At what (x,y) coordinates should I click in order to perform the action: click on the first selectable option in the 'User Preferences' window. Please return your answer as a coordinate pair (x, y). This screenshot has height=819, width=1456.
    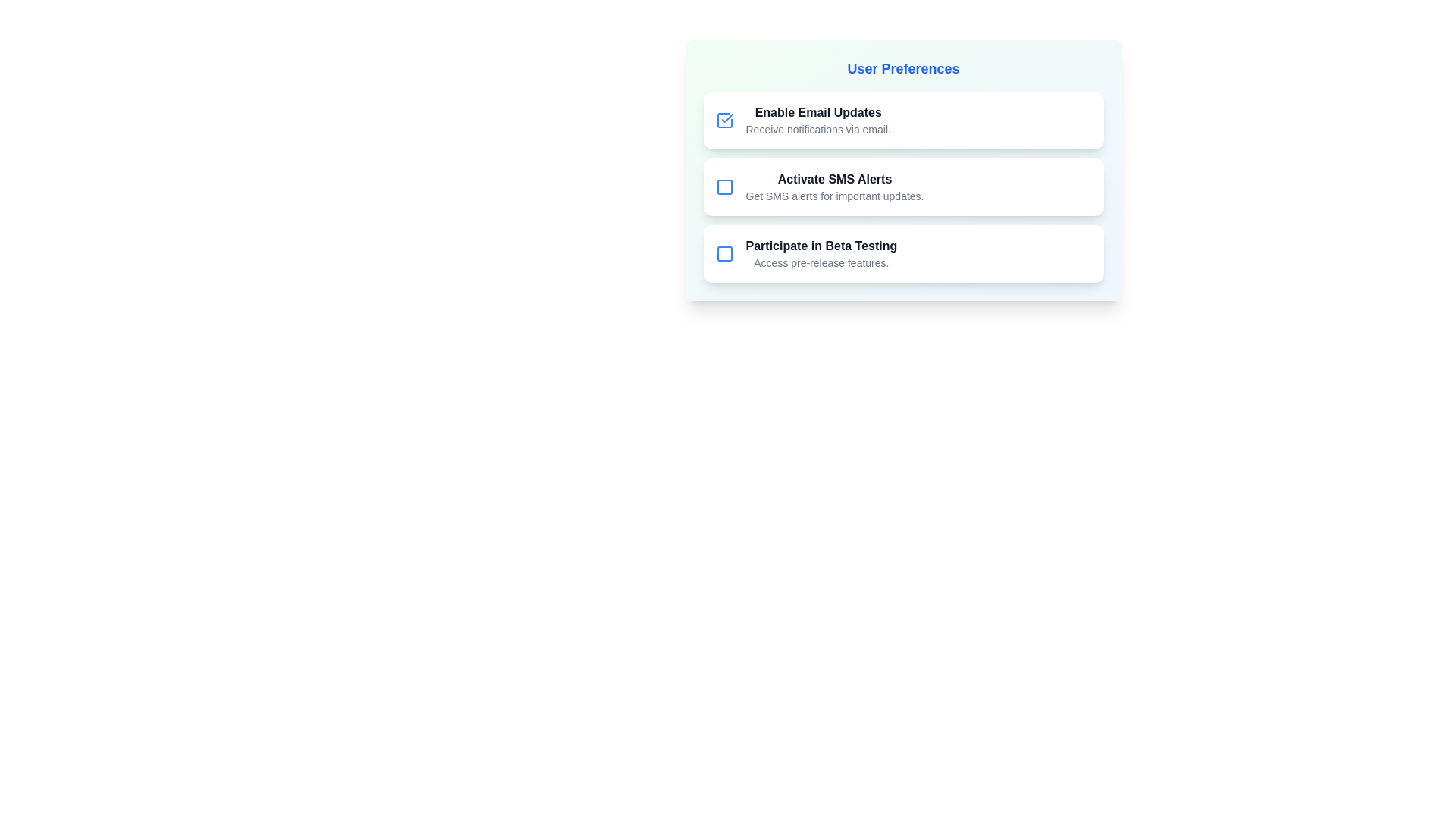
    Looking at the image, I should click on (903, 119).